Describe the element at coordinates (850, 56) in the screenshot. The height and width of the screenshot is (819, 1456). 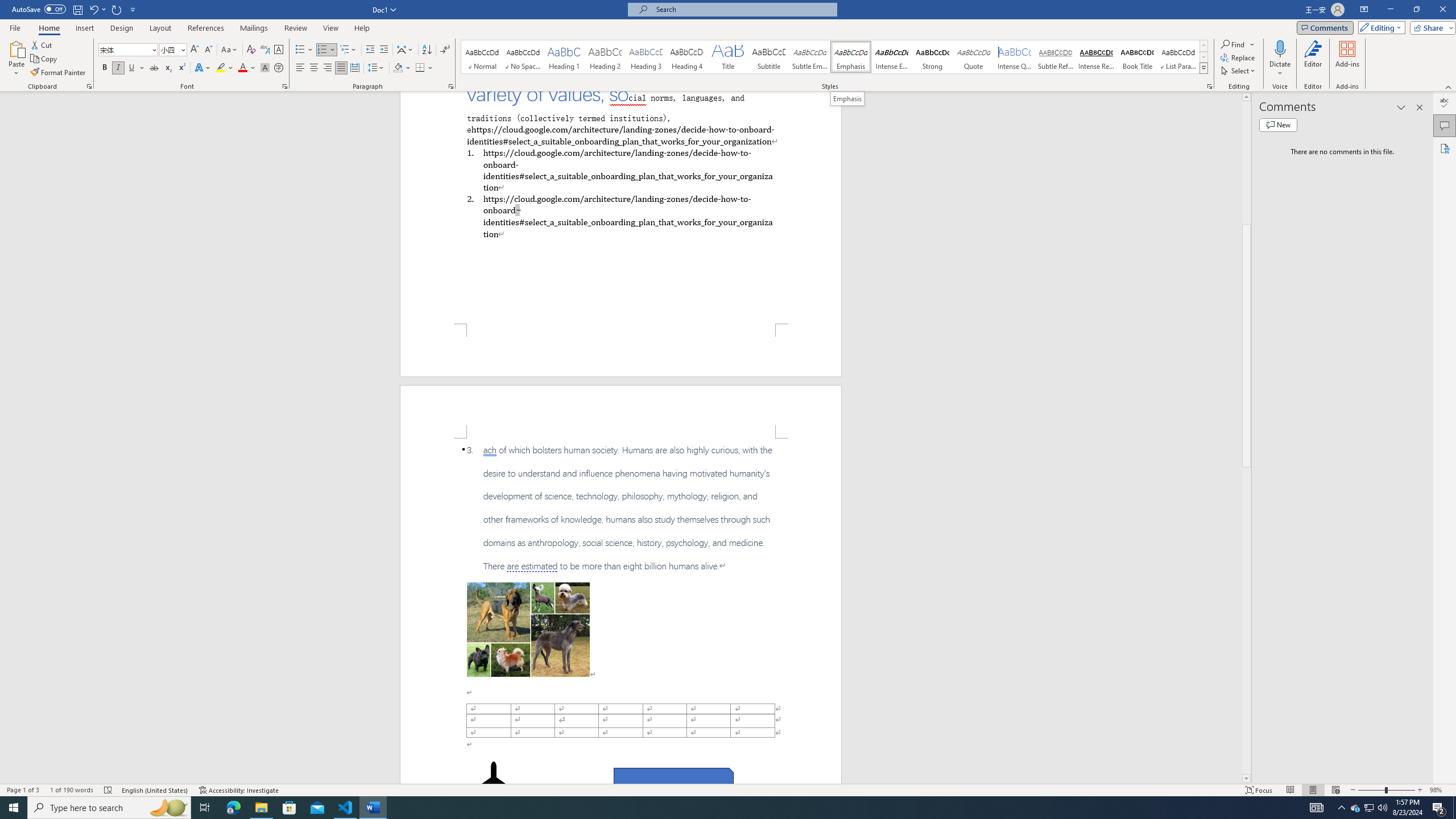
I see `'Emphasis'` at that location.